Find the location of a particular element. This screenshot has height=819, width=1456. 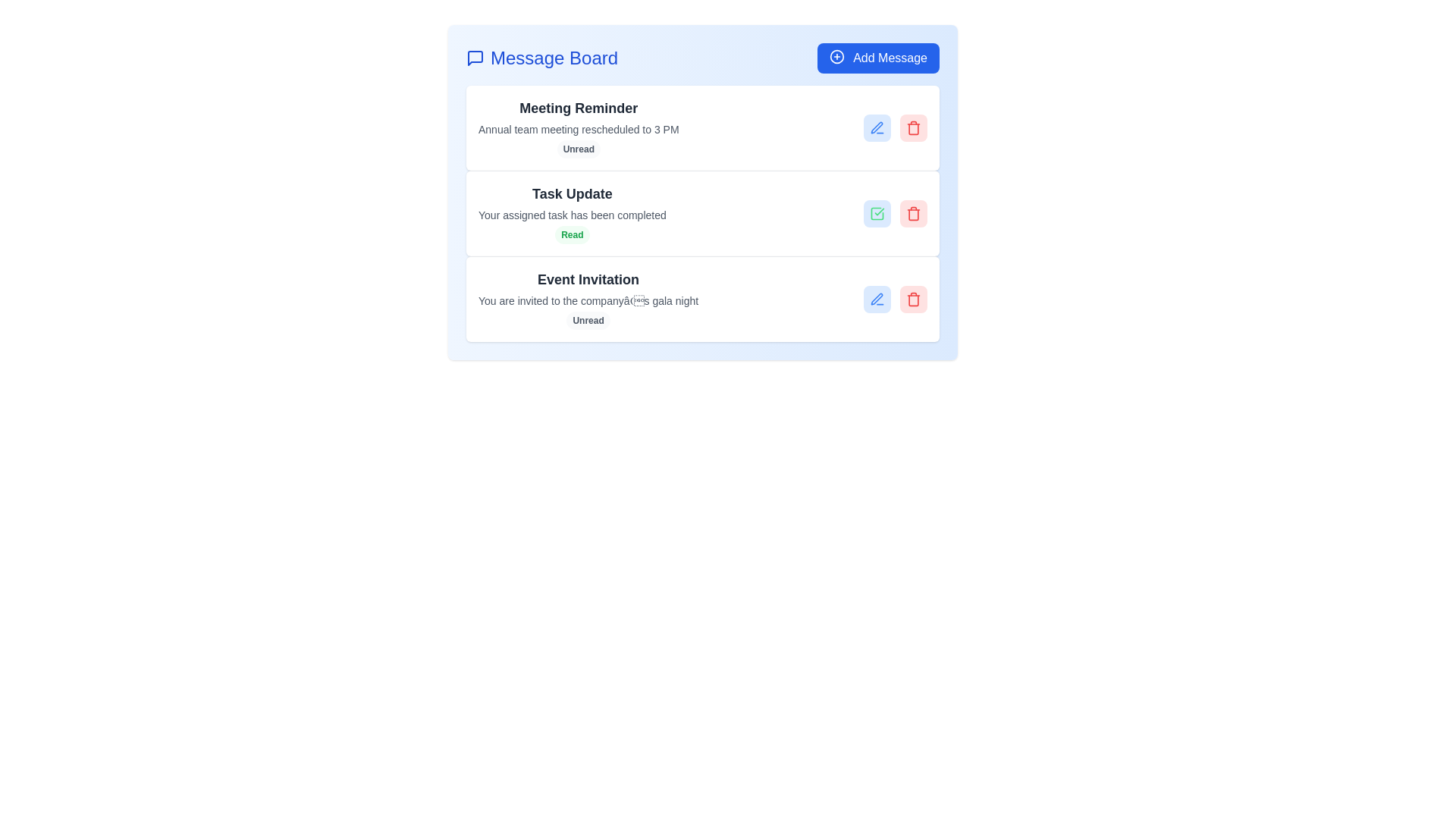

the Status Tag Label displaying 'Unread', which is a pill-shaped label with a light gray background and dark gray bold text, located below the title 'Meeting Reminder' and to the left of the action buttons is located at coordinates (578, 149).